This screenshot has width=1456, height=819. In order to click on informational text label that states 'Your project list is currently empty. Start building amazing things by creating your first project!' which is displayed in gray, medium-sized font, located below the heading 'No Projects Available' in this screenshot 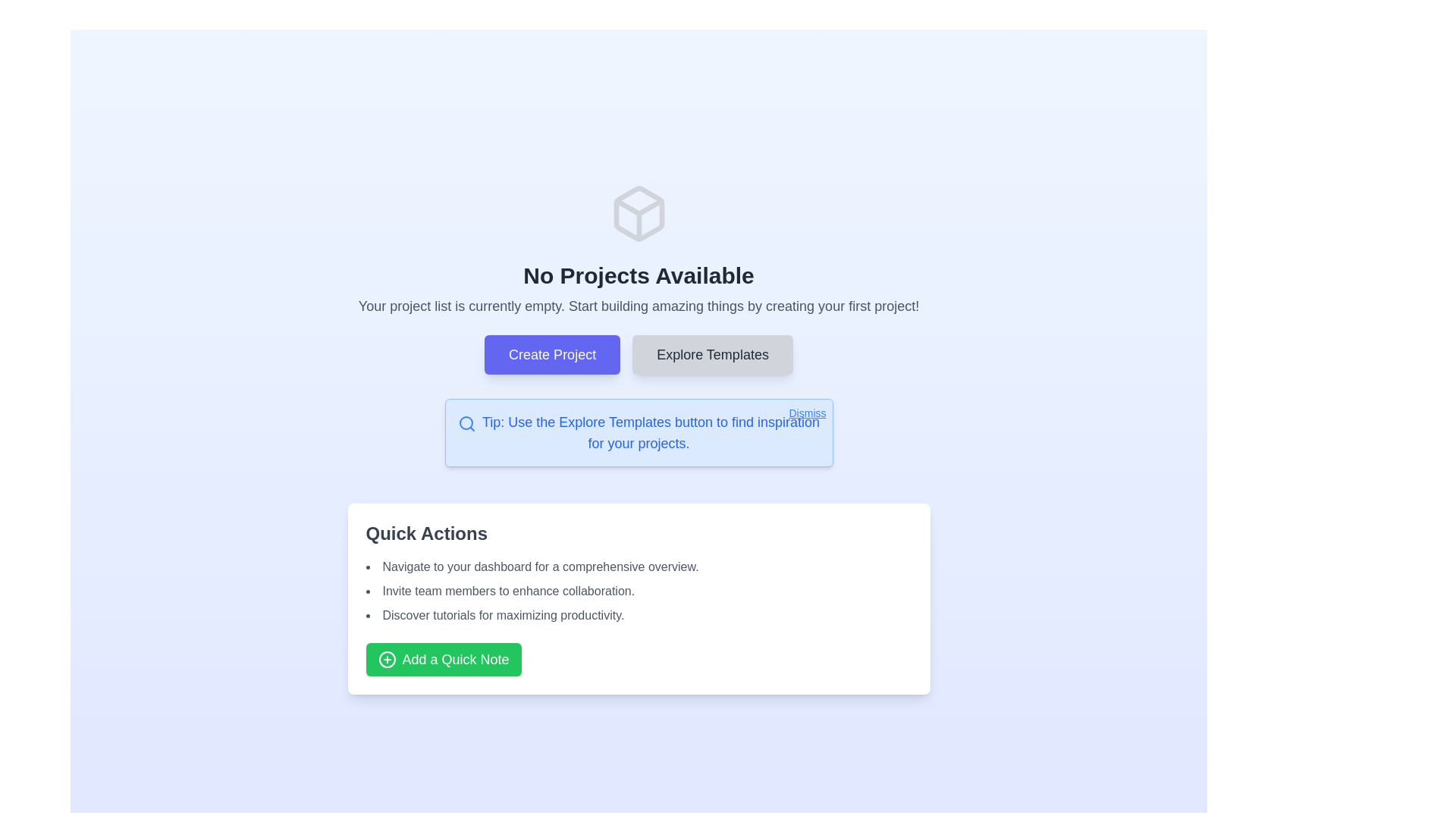, I will do `click(639, 306)`.